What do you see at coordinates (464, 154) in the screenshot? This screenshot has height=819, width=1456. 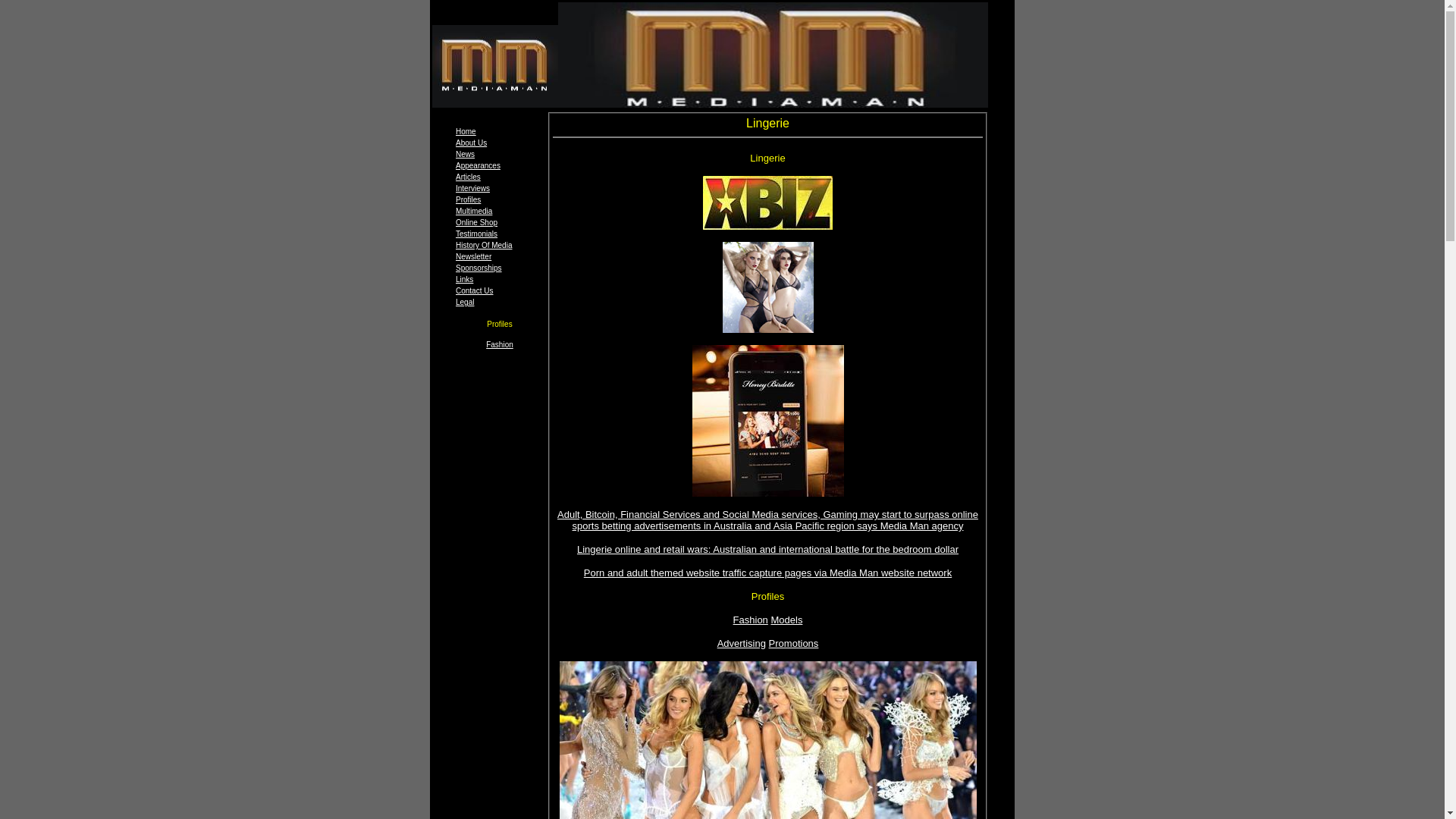 I see `'News'` at bounding box center [464, 154].